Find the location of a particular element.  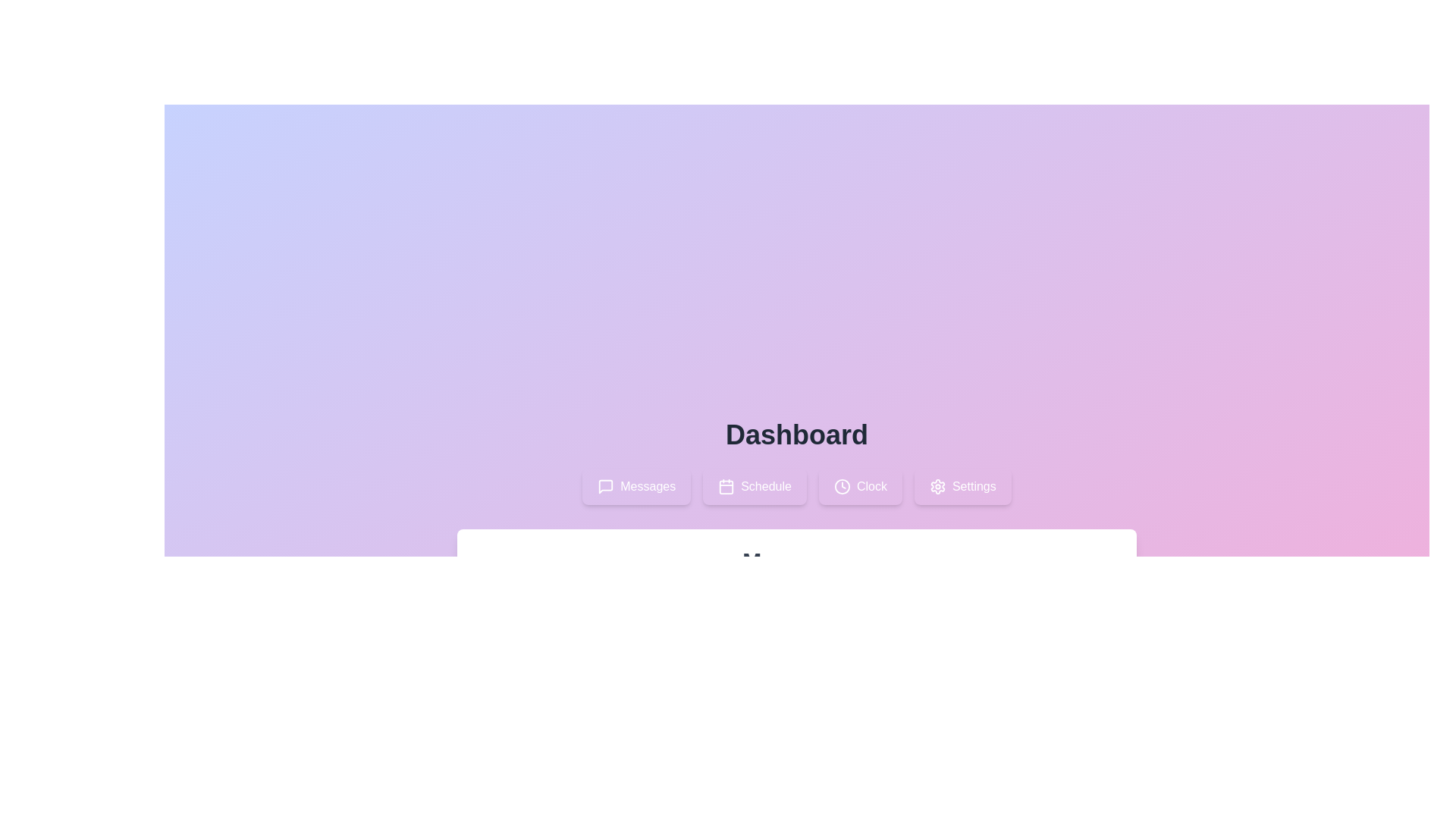

the Clock tab by clicking on it is located at coordinates (860, 486).